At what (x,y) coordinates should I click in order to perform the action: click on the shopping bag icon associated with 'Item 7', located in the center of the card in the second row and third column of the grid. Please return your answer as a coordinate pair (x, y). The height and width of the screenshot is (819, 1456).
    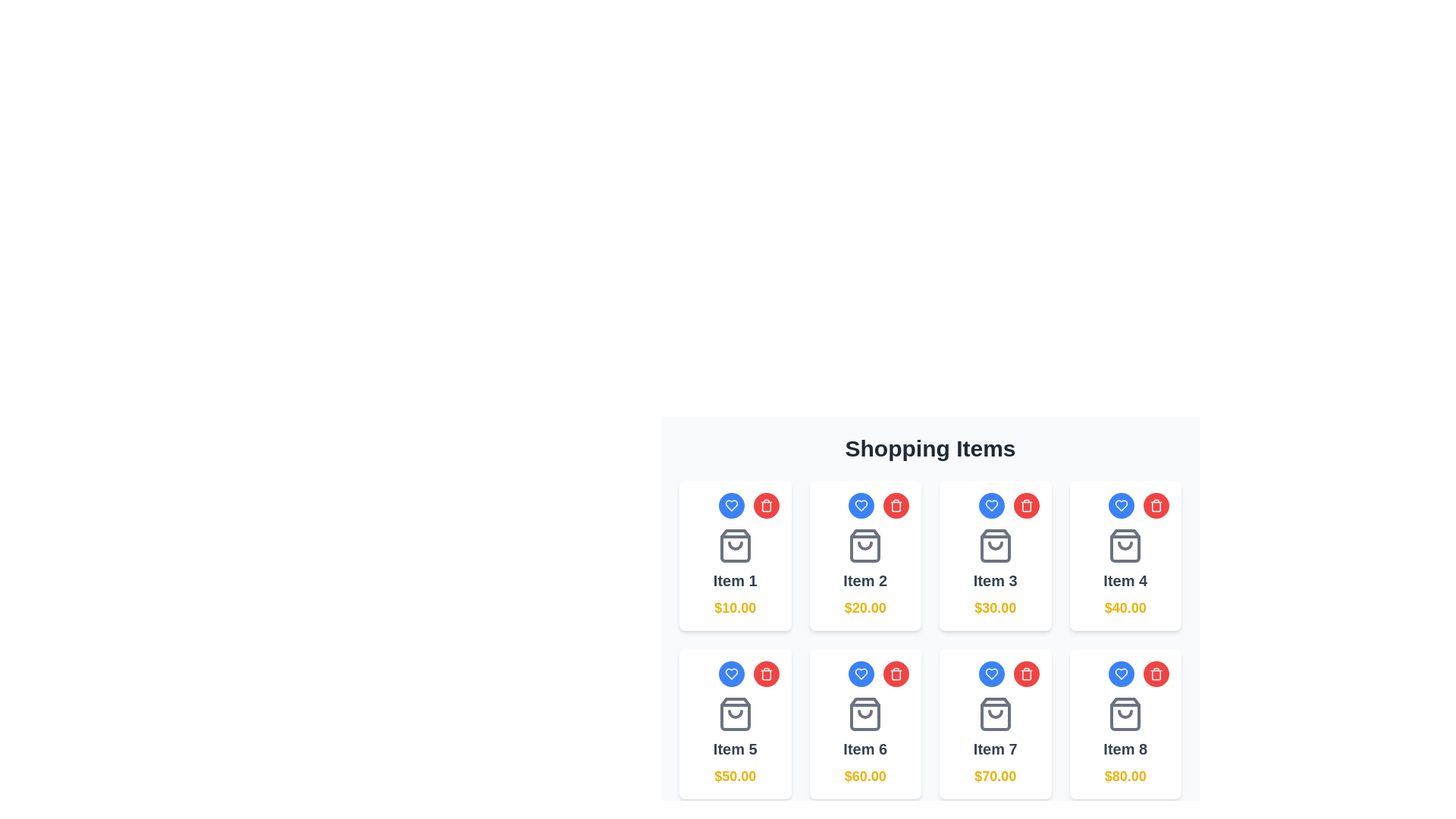
    Looking at the image, I should click on (995, 714).